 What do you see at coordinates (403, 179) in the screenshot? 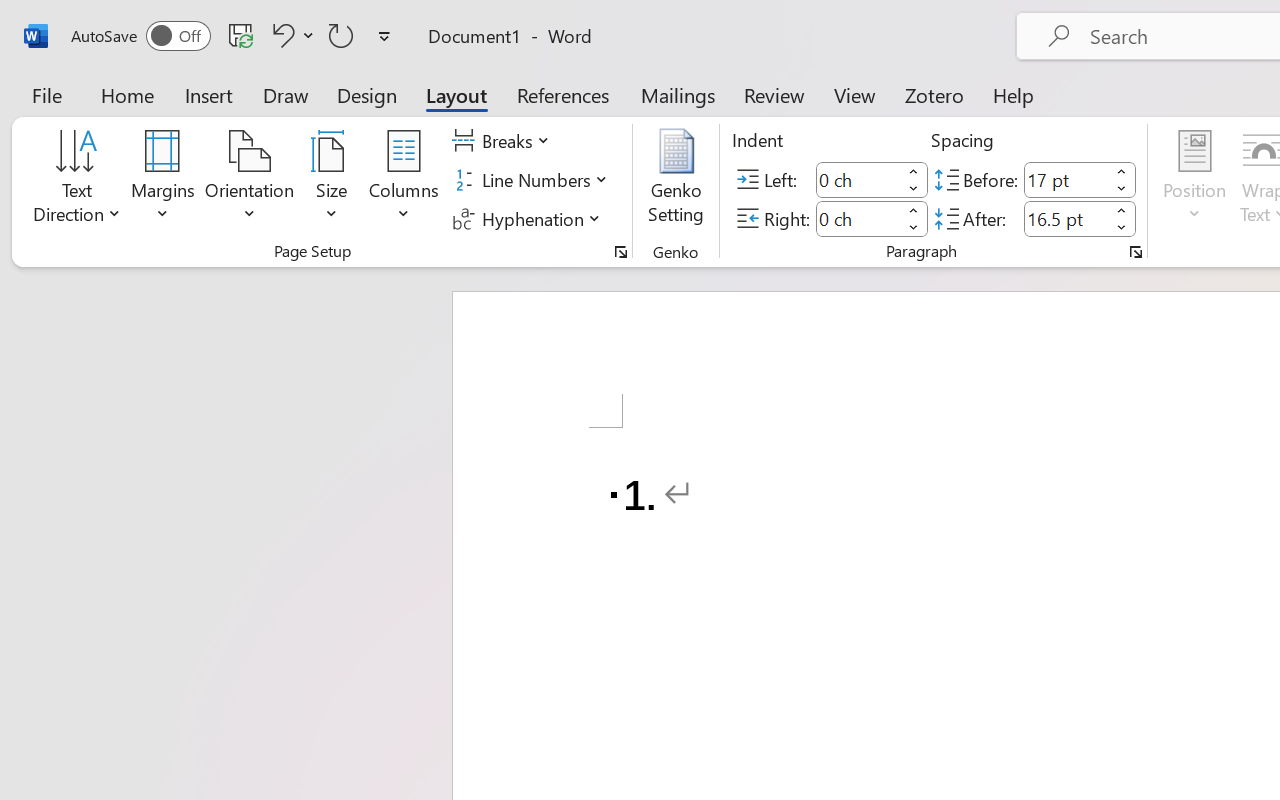
I see `'Columns'` at bounding box center [403, 179].